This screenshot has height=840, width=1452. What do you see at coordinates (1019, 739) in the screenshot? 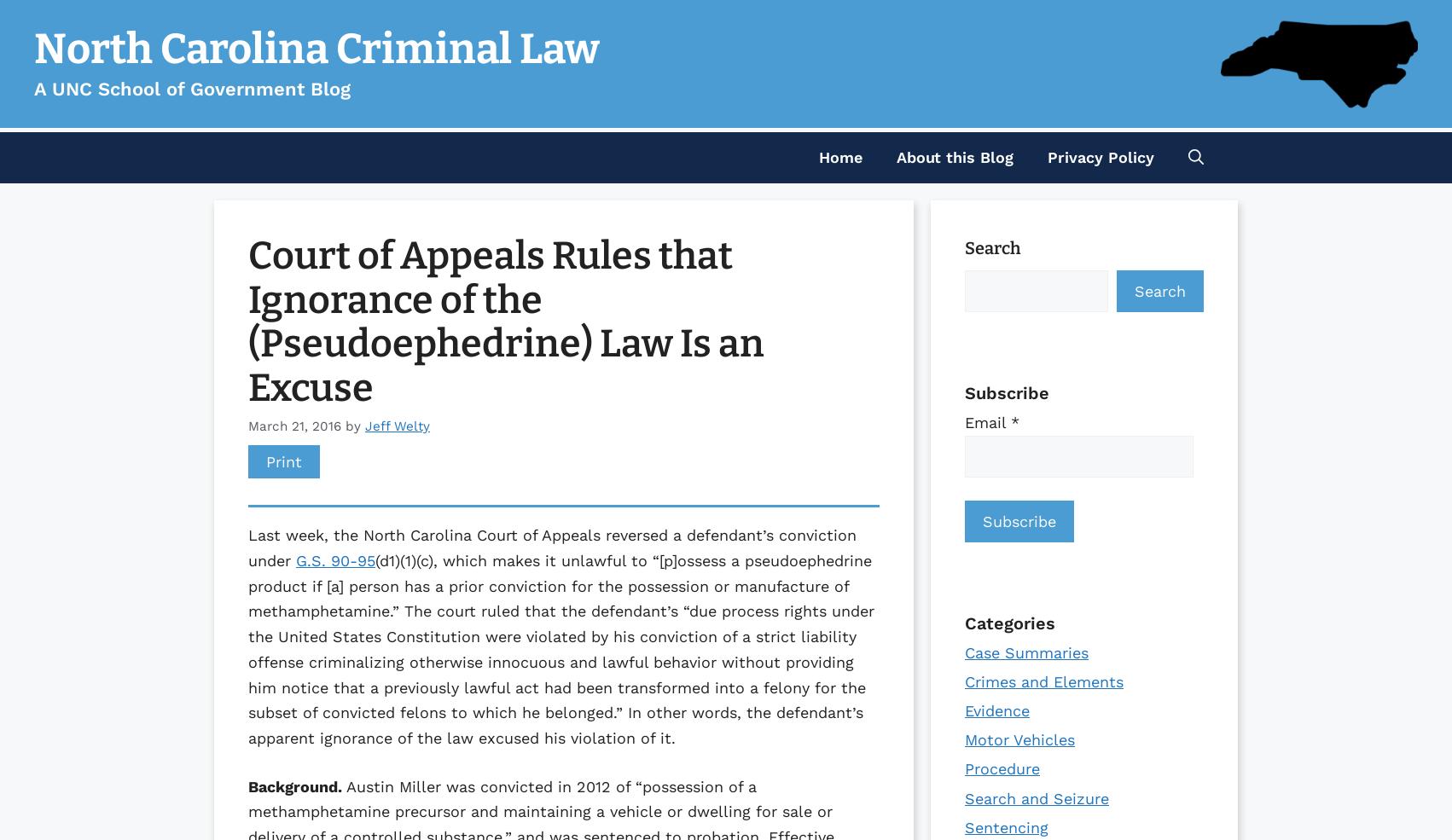
I see `'Motor Vehicles'` at bounding box center [1019, 739].